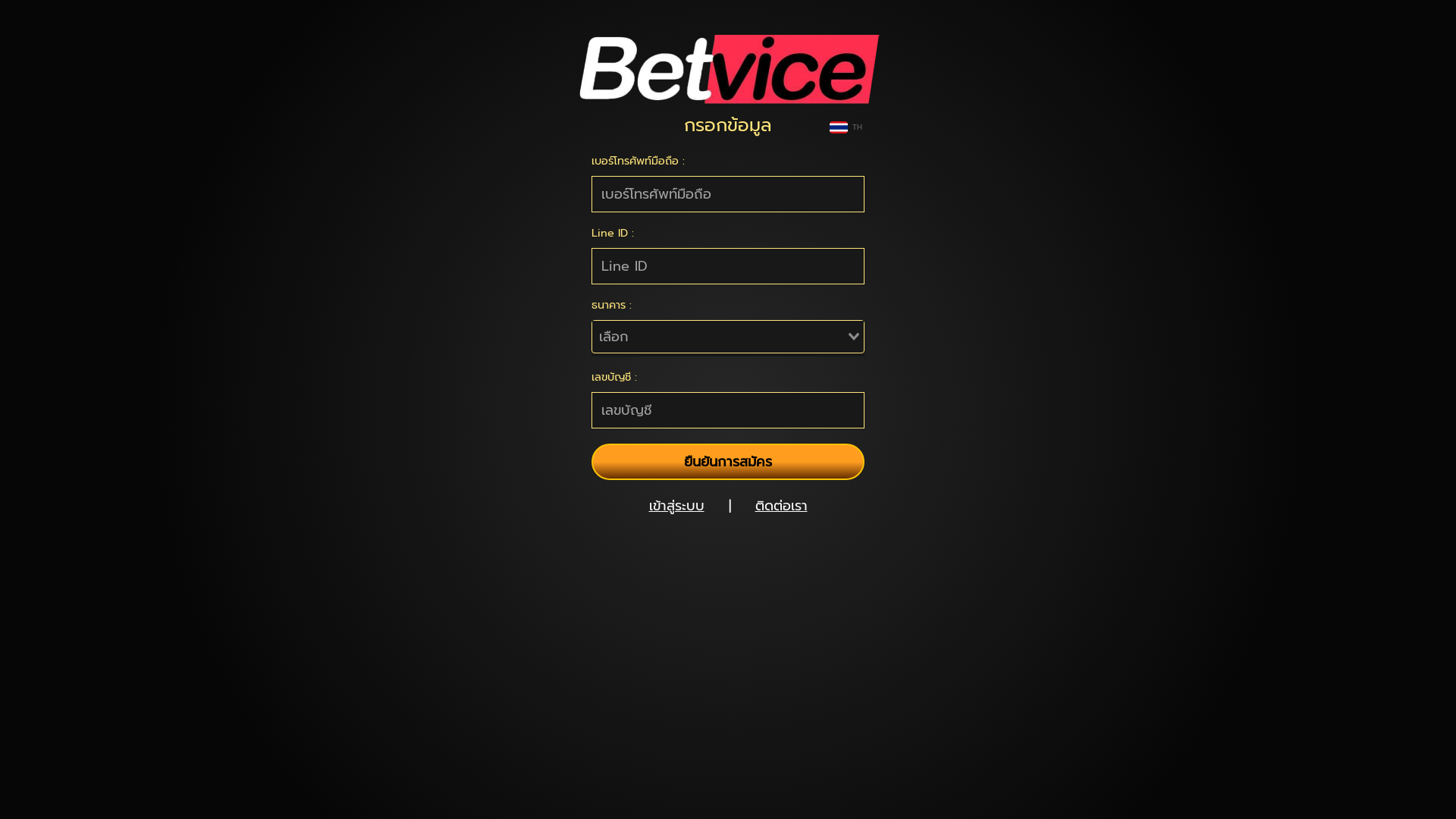 This screenshot has height=819, width=1456. What do you see at coordinates (848, 126) in the screenshot?
I see `'TH'` at bounding box center [848, 126].